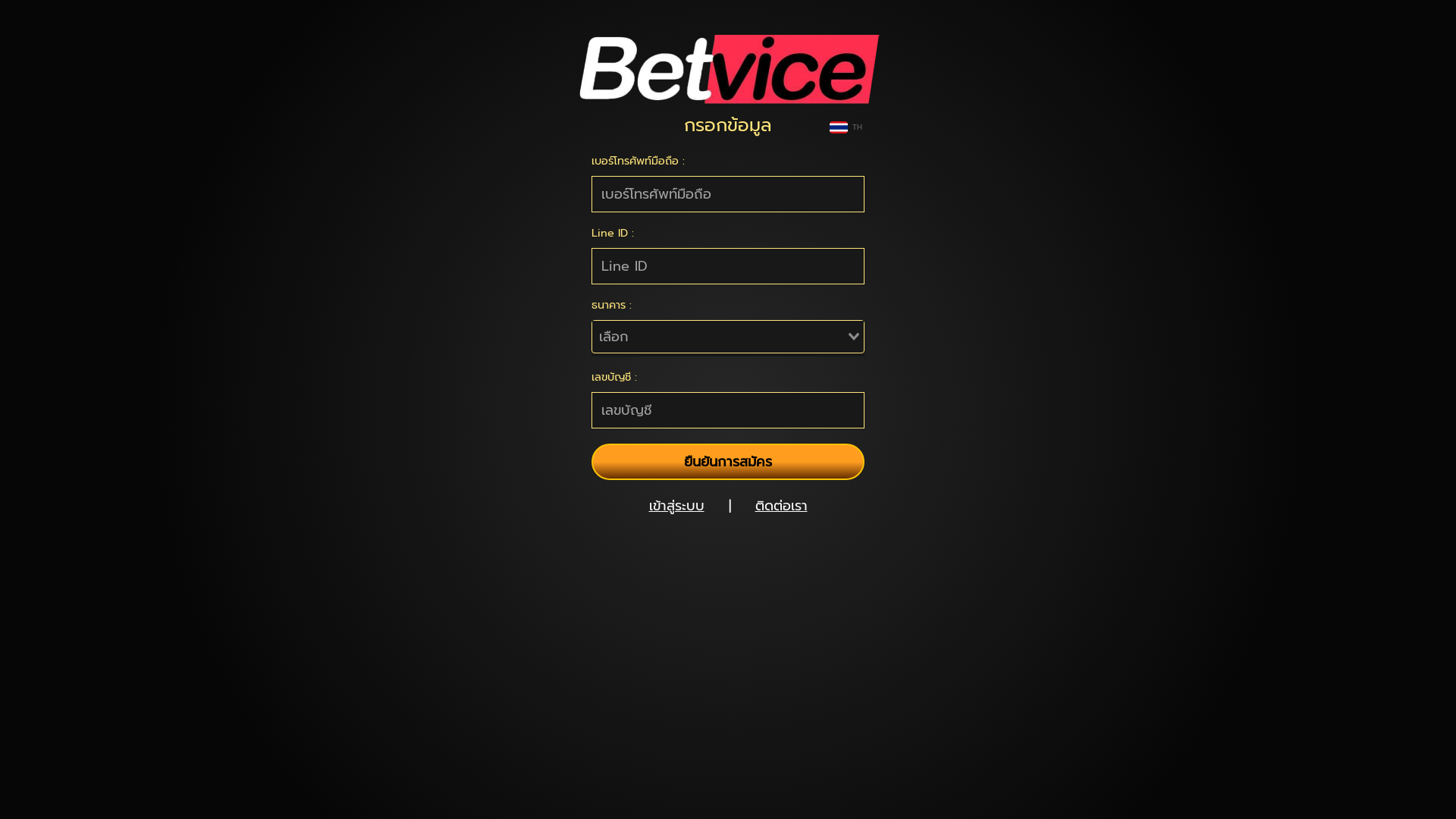 This screenshot has height=819, width=1456. What do you see at coordinates (848, 126) in the screenshot?
I see `'TH'` at bounding box center [848, 126].